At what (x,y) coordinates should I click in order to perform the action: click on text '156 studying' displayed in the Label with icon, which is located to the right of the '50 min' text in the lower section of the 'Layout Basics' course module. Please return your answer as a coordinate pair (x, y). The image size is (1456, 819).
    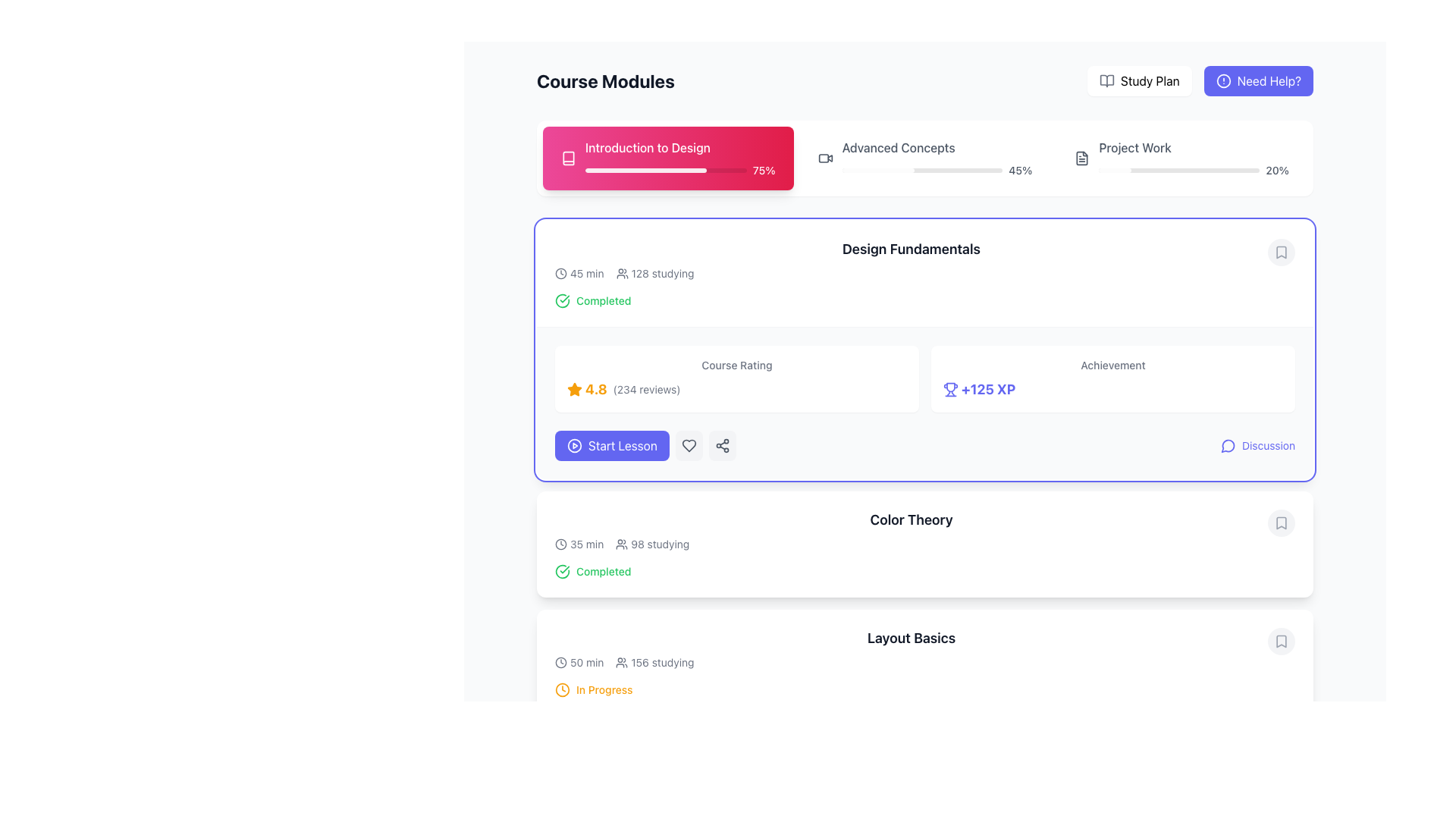
    Looking at the image, I should click on (654, 662).